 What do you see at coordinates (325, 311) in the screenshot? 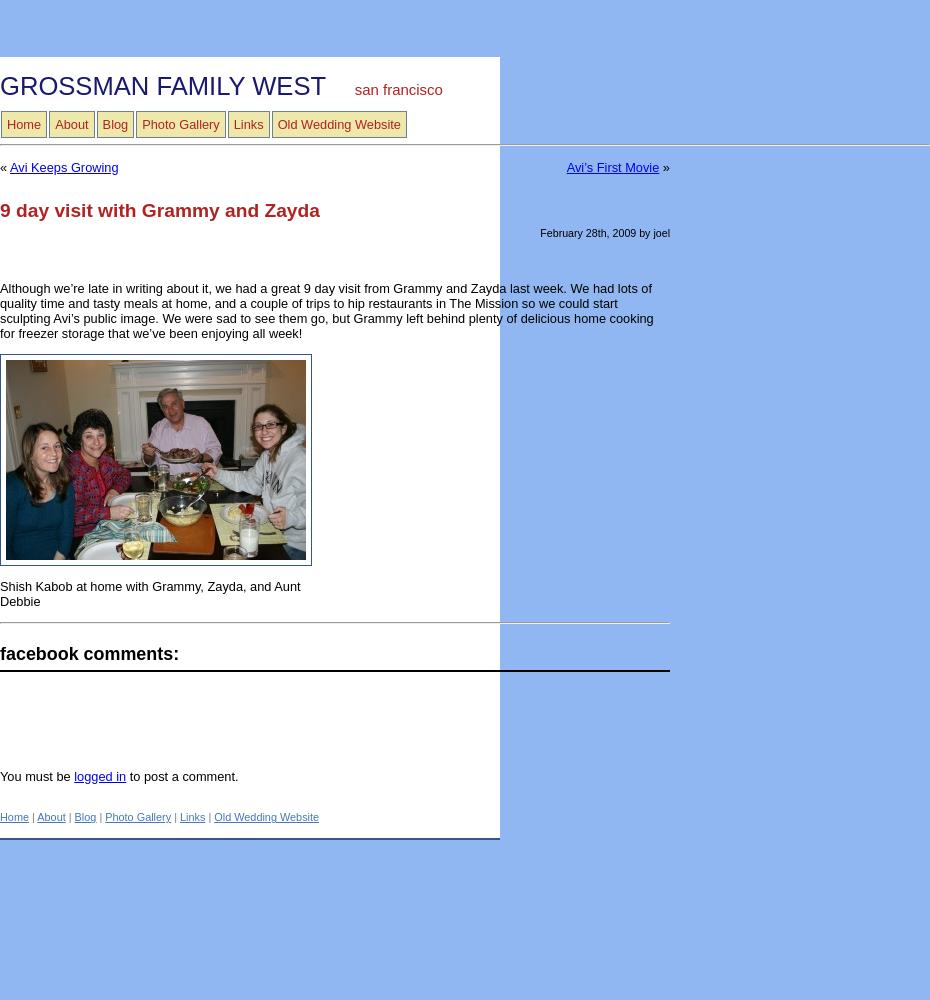
I see `'Although we’re late in writing about it, we had a great 9 day visit from Grammy and Zayda last week. We had lots of quality time and tasty meals at home, and a couple of trips to hip restaurants in The Mission so we could start sculpting Avi’s public image. We were sad to see them go, but Grammy left behind plenty of delicious home cooking for freezer storage that we’ve been enjoying all week!'` at bounding box center [325, 311].